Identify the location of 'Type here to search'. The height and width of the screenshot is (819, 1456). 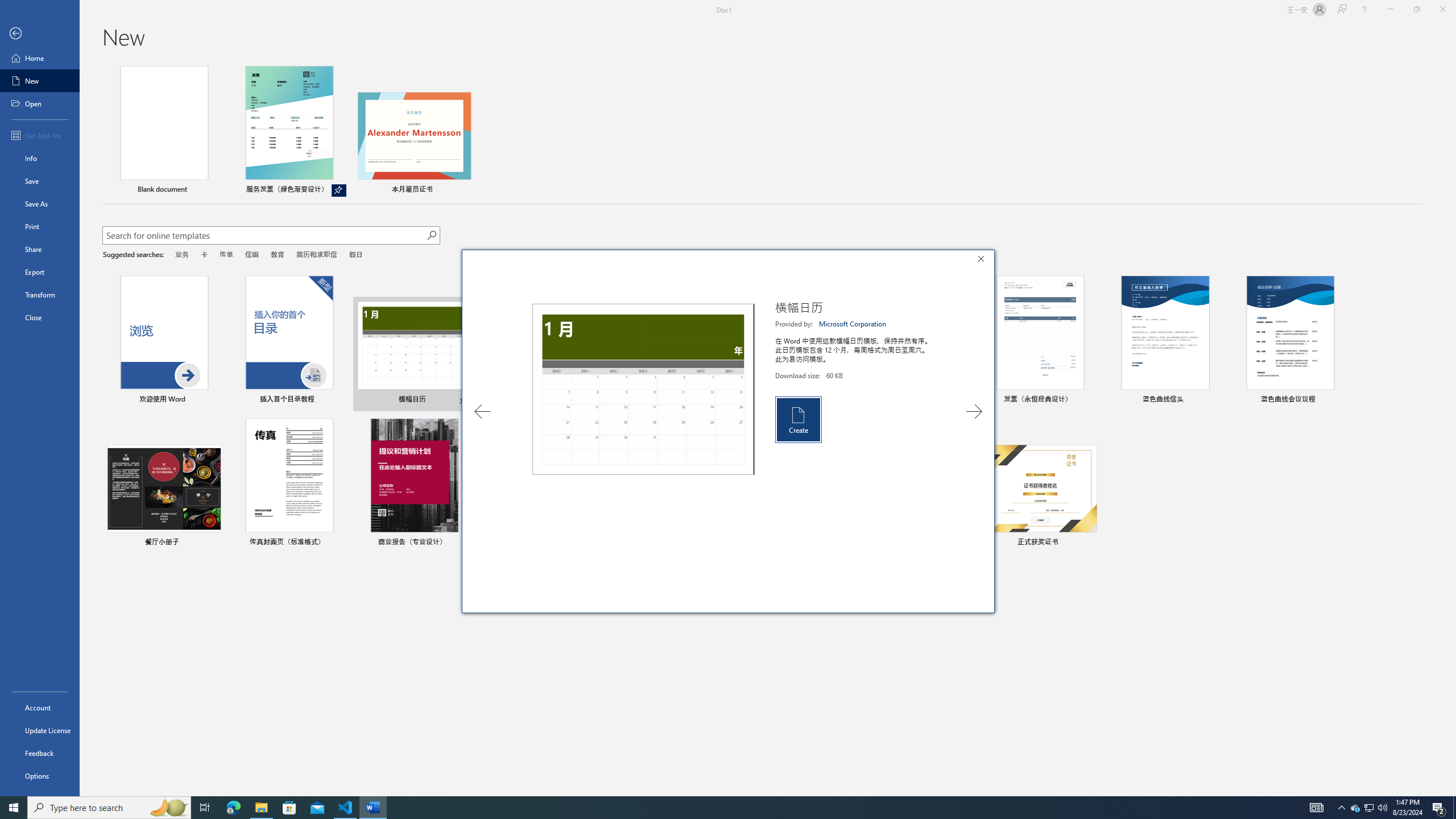
(109, 806).